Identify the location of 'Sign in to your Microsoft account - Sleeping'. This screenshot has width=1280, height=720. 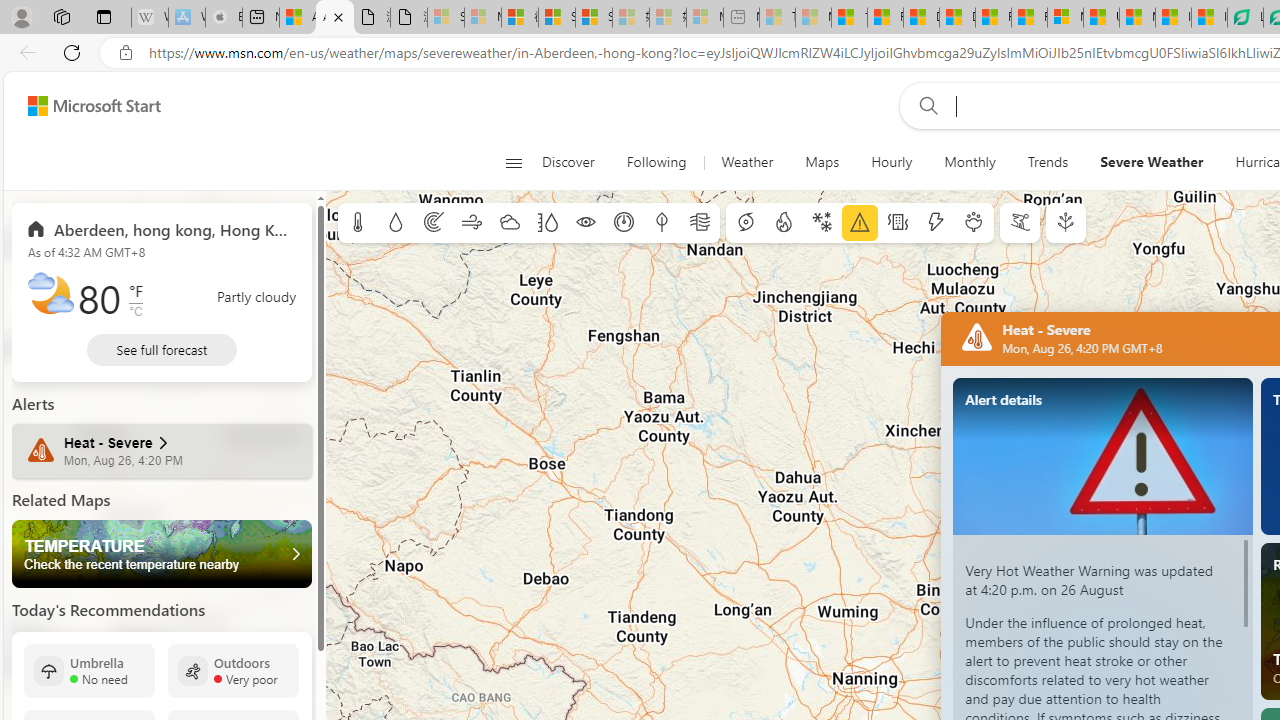
(445, 17).